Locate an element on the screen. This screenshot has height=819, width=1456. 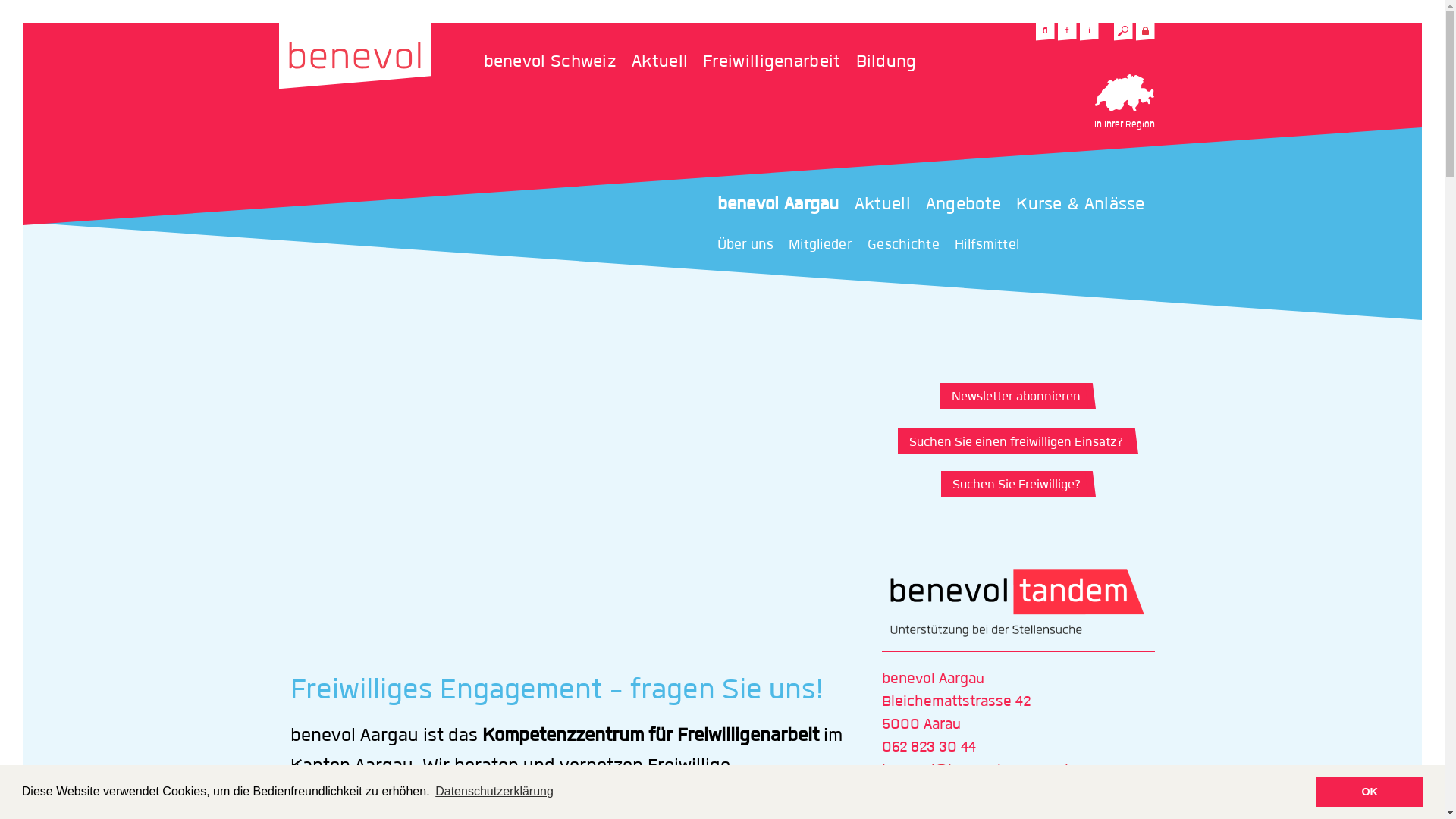
'Aktuell' is located at coordinates (855, 205).